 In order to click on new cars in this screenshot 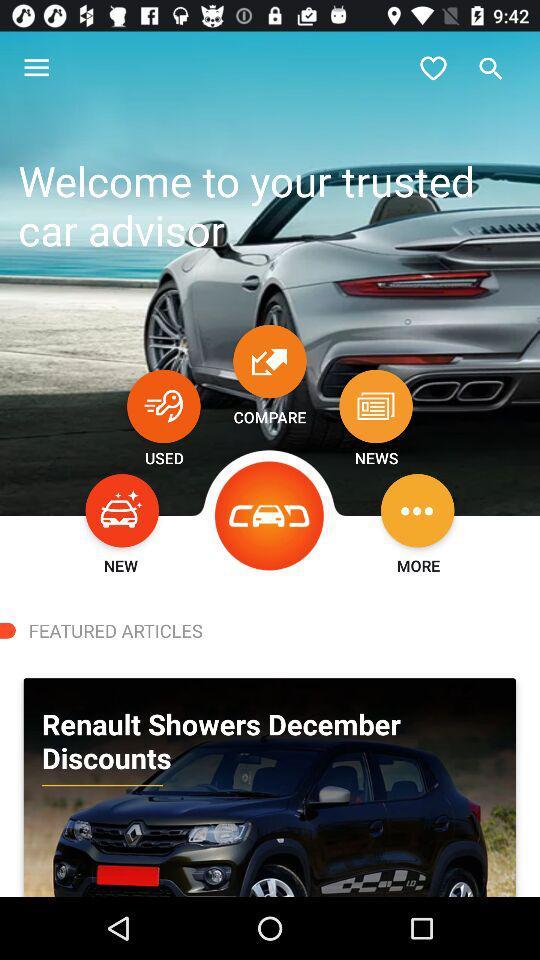, I will do `click(122, 509)`.